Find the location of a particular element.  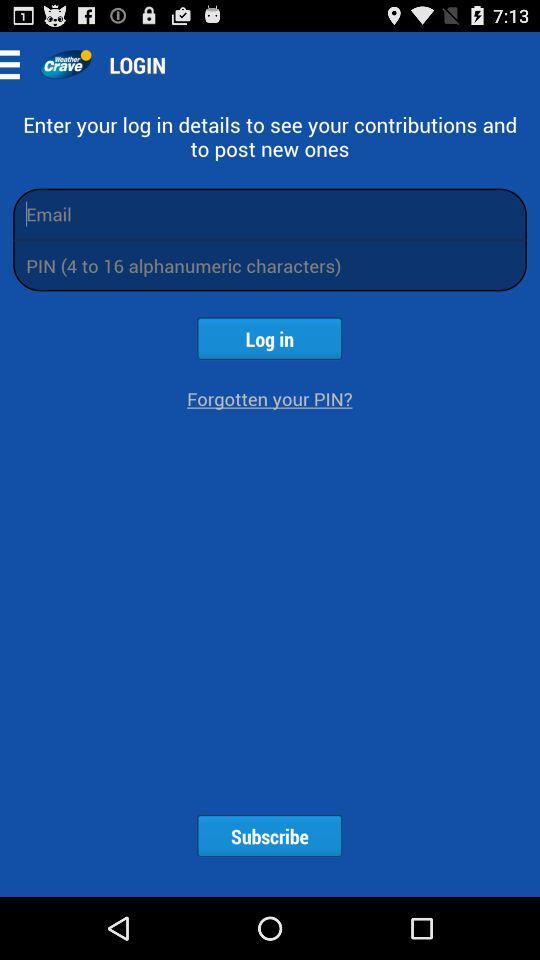

input your email is located at coordinates (270, 213).